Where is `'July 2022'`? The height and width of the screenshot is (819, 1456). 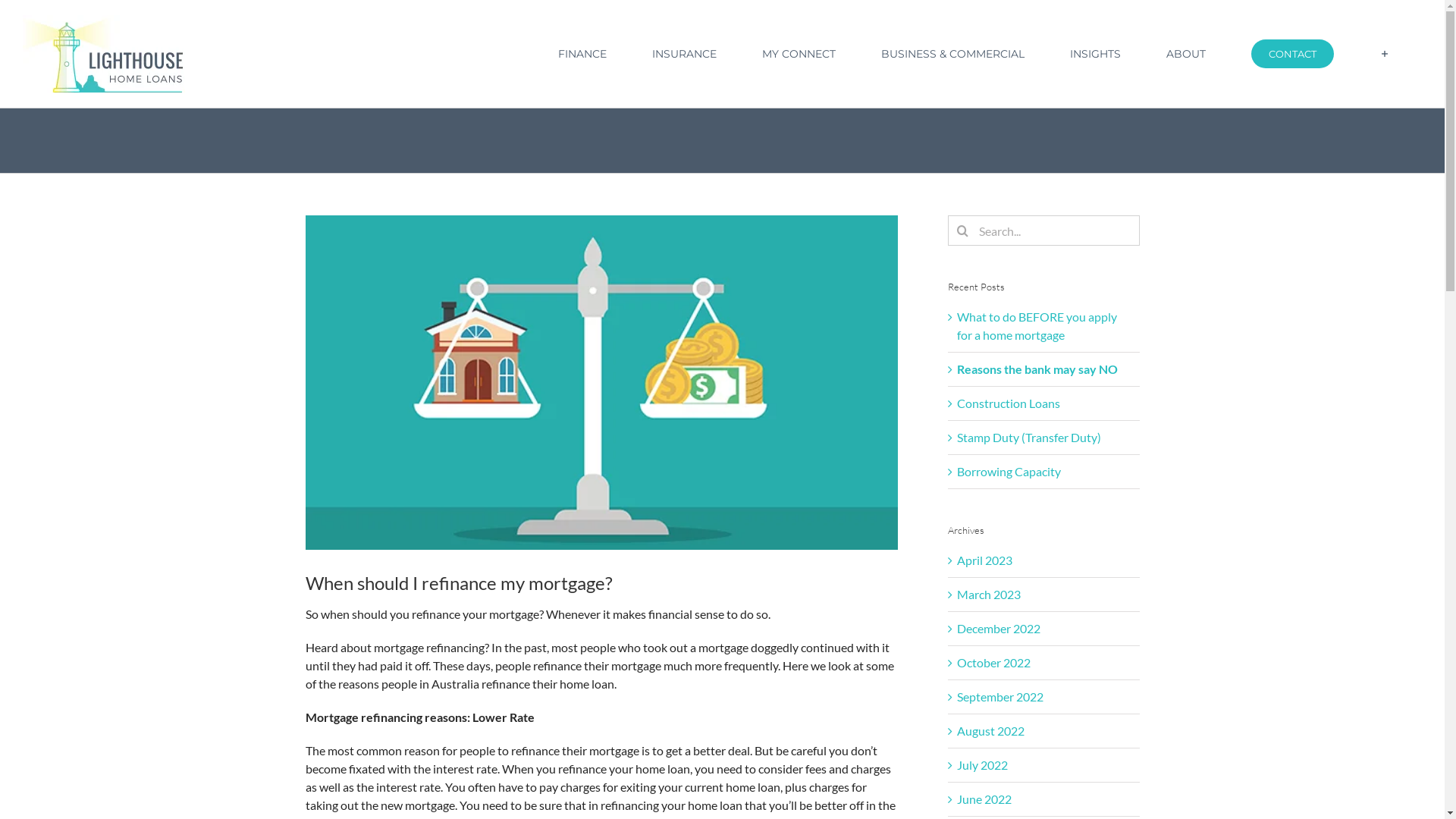
'July 2022' is located at coordinates (956, 764).